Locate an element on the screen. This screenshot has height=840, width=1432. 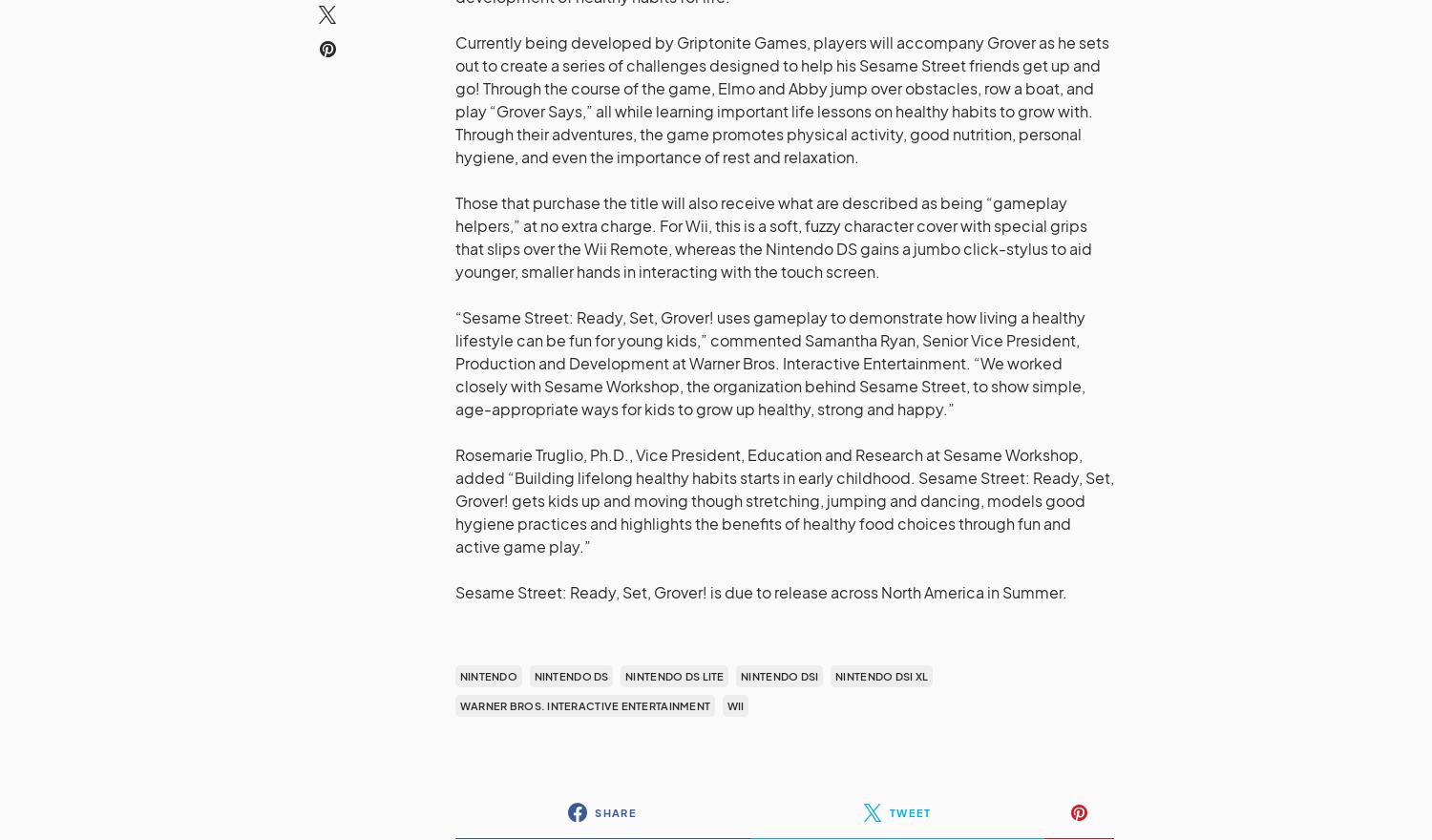
'Rosemarie Truglio, Ph.D., Vice President, Education and Research at Sesame Workshop, added “Building lifelong healthy habits starts in early childhood. Sesame Street: Ready, Set, Grover! gets kids up and moving though stretching, jumping and dancing, models good hygiene practices and highlights the benefits of healthy food choices through fun and active game play.”' is located at coordinates (784, 499).